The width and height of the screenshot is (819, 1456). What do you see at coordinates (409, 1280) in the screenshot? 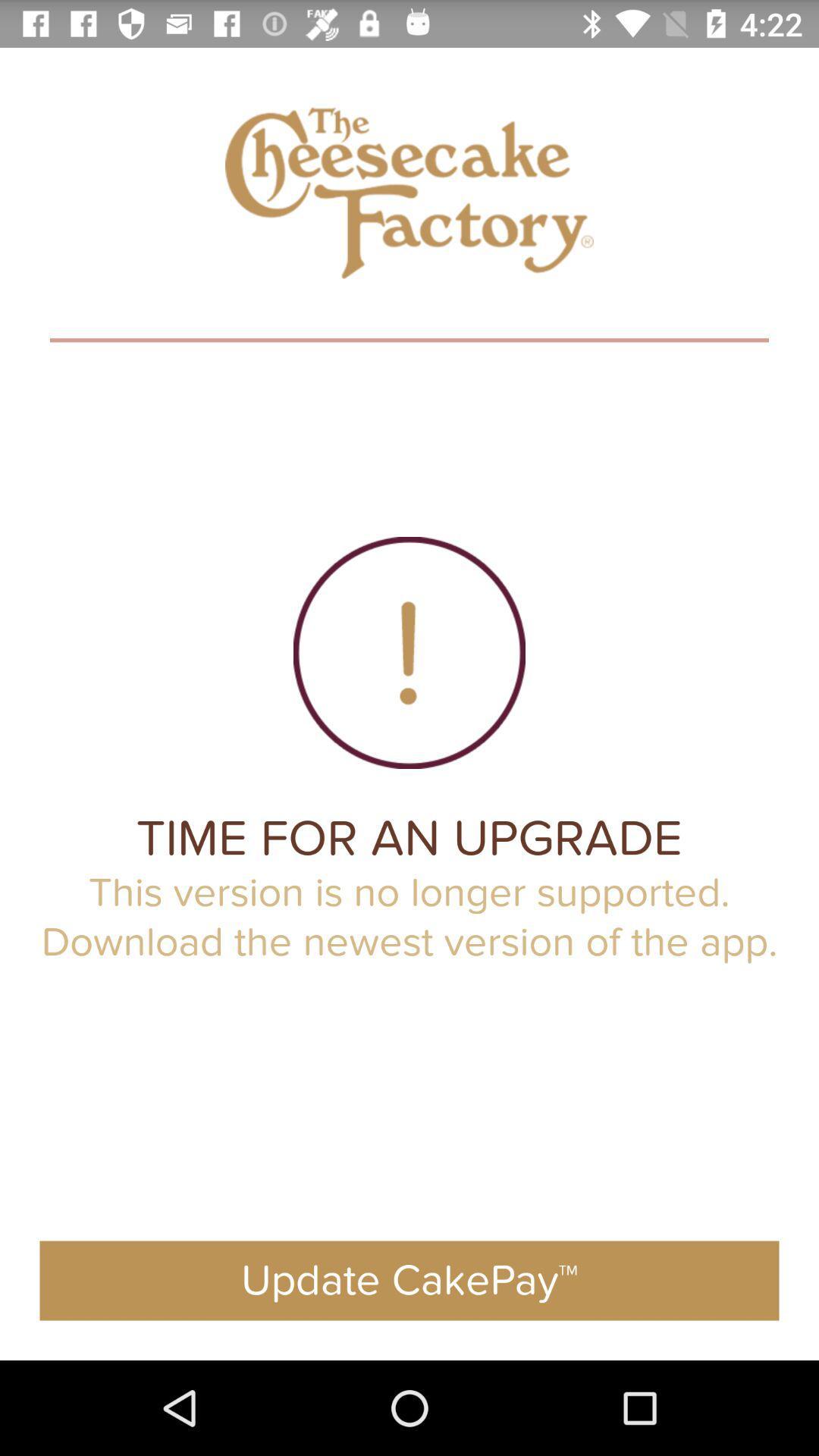
I see `app at the bottom` at bounding box center [409, 1280].